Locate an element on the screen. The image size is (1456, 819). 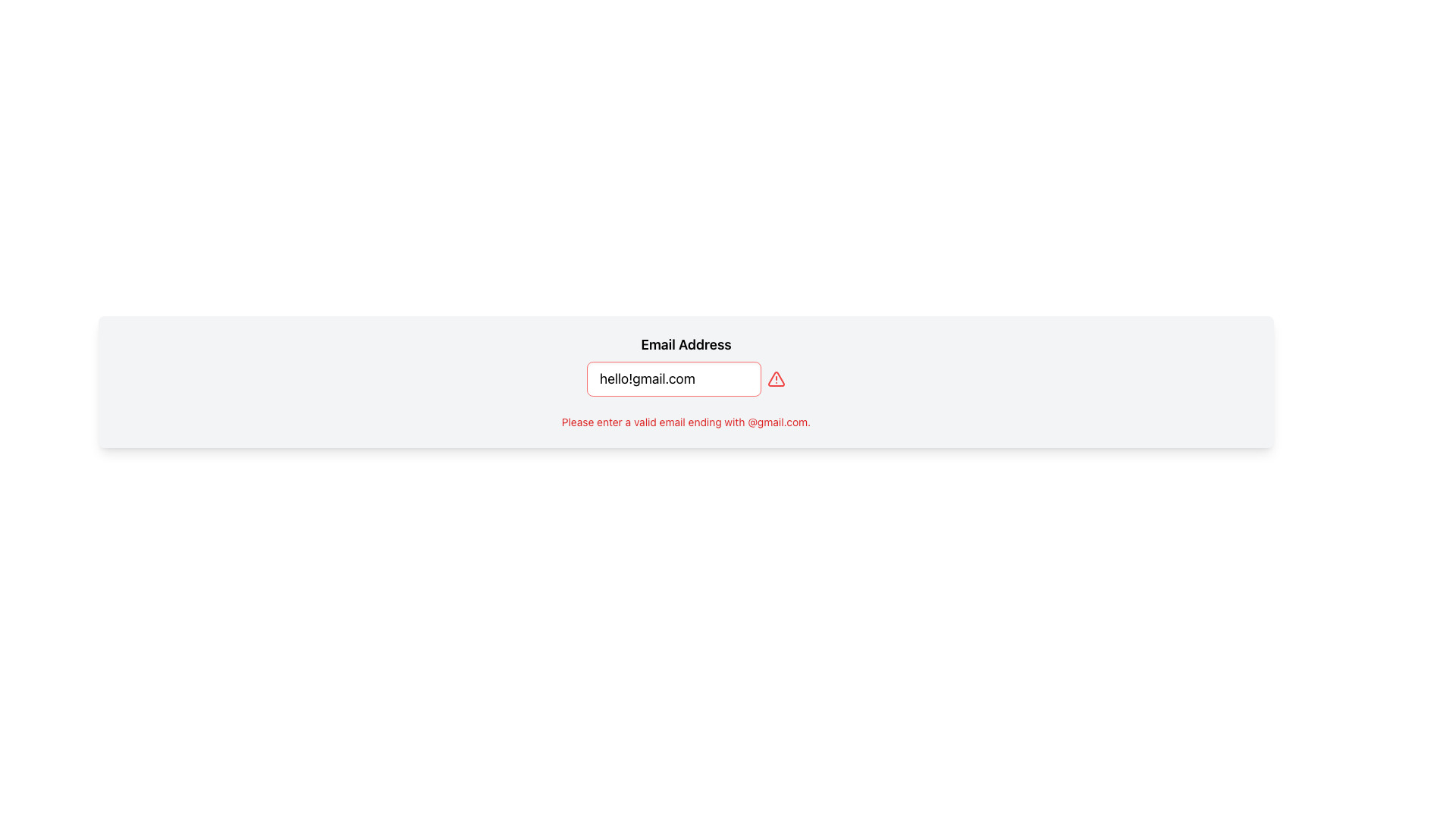
the red warning triangle icon is located at coordinates (776, 378).